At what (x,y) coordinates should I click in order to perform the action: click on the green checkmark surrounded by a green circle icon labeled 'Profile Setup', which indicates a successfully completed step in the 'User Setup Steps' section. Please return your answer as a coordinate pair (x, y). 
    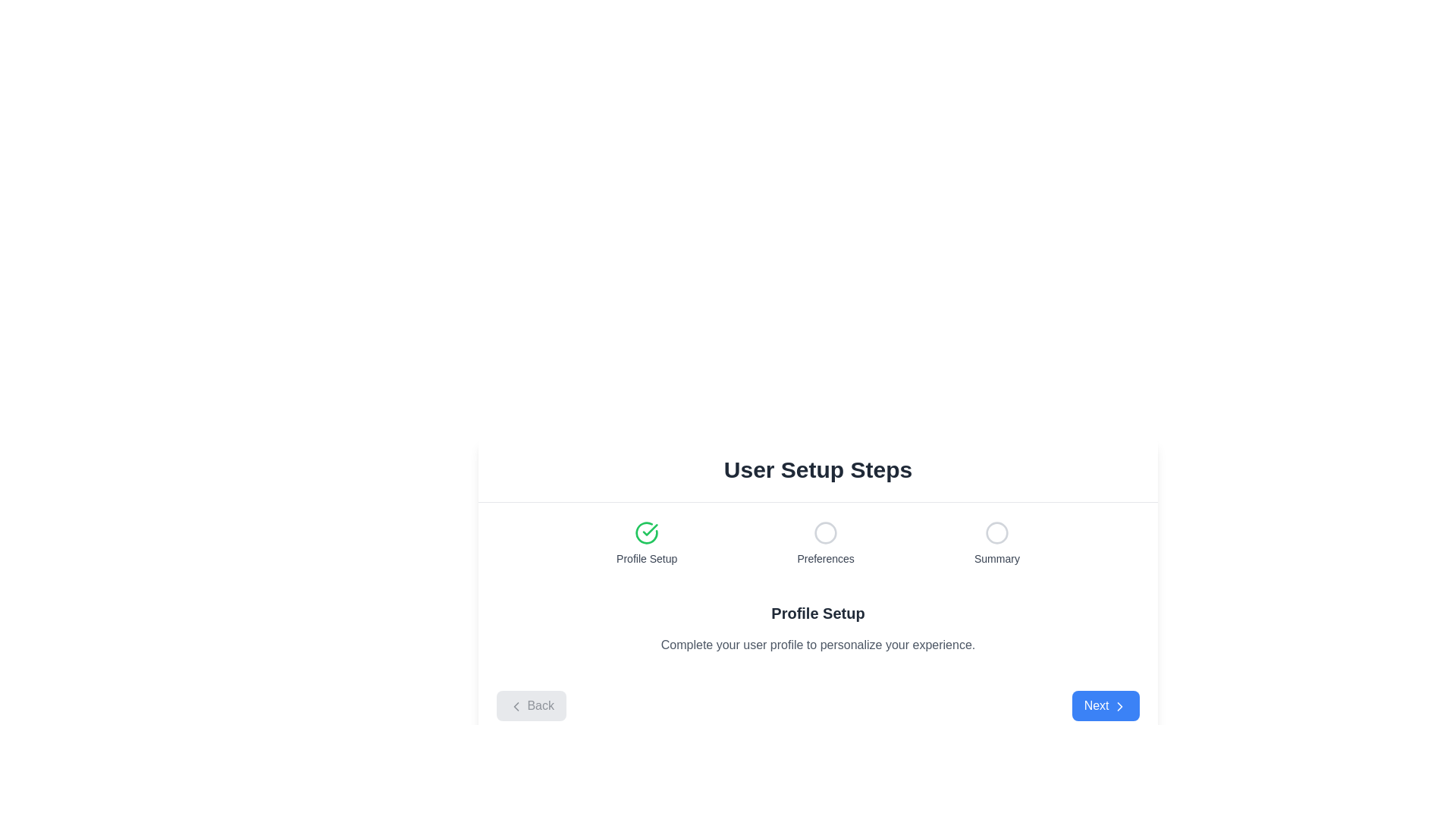
    Looking at the image, I should click on (647, 543).